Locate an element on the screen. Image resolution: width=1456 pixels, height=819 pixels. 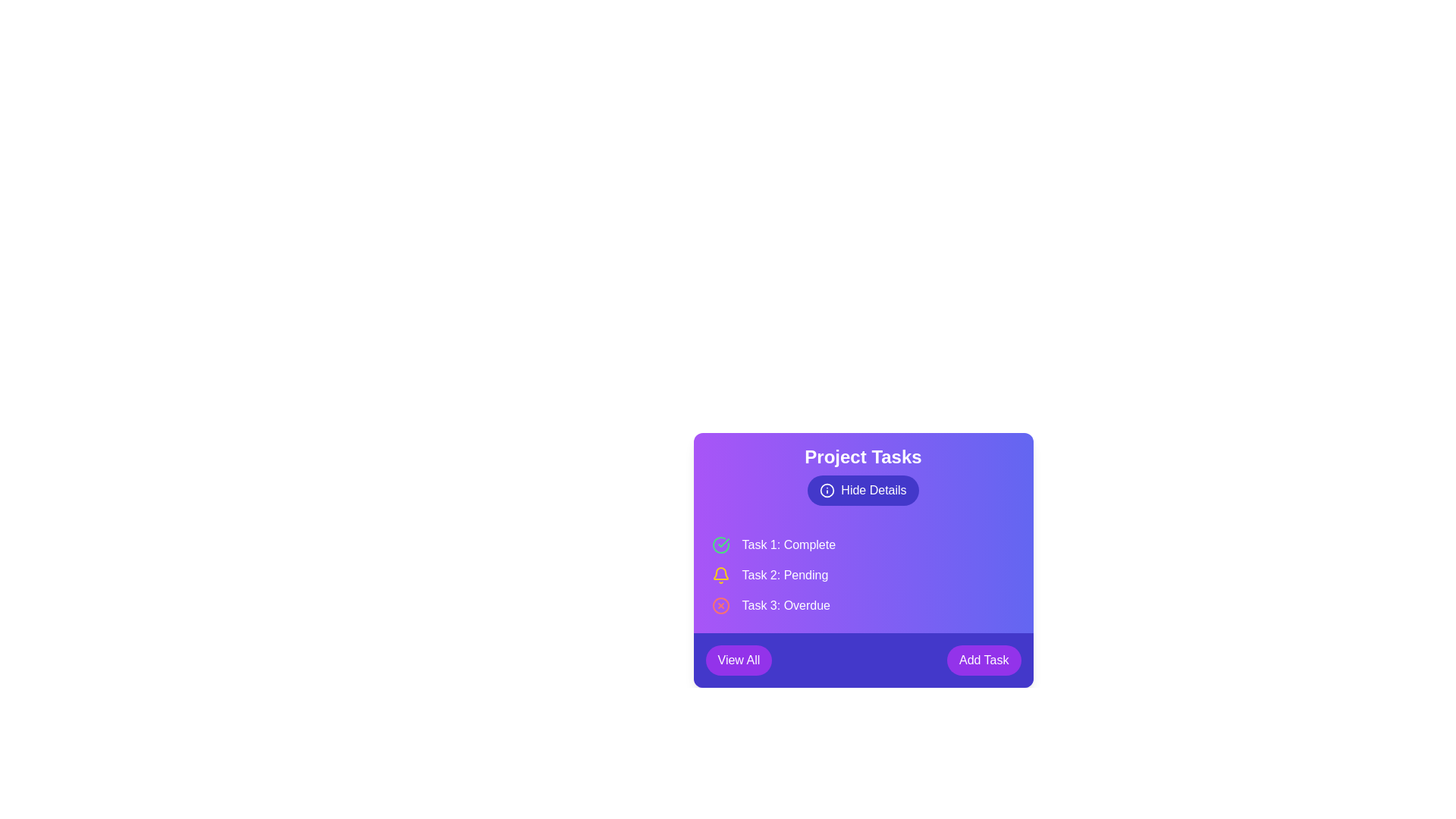
the central circular component of the information icon located in the task panel, which is situated next to the 'Hide Details' button in the 'Project Tasks' section is located at coordinates (827, 491).